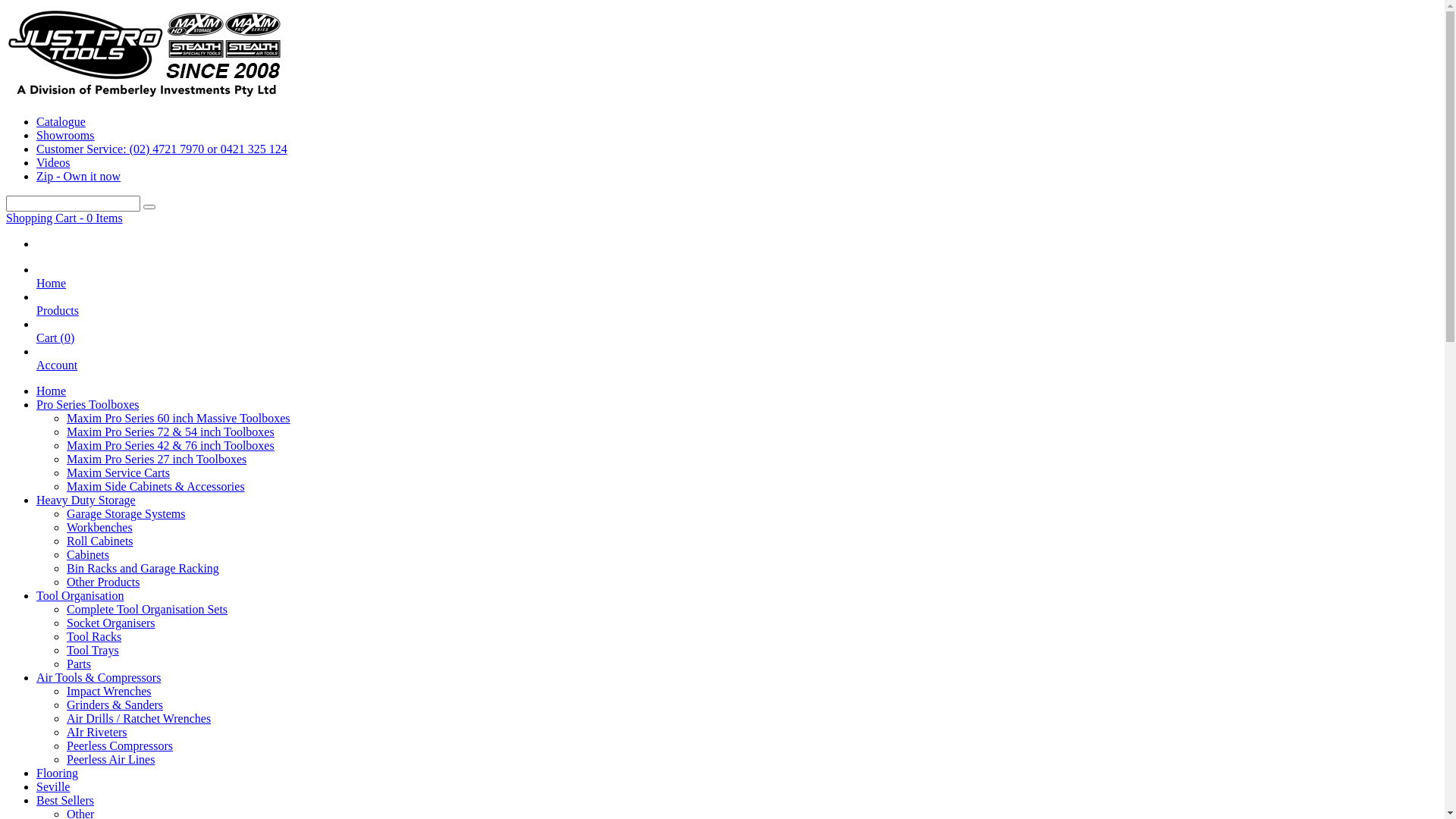  I want to click on 'Tool Trays', so click(92, 649).